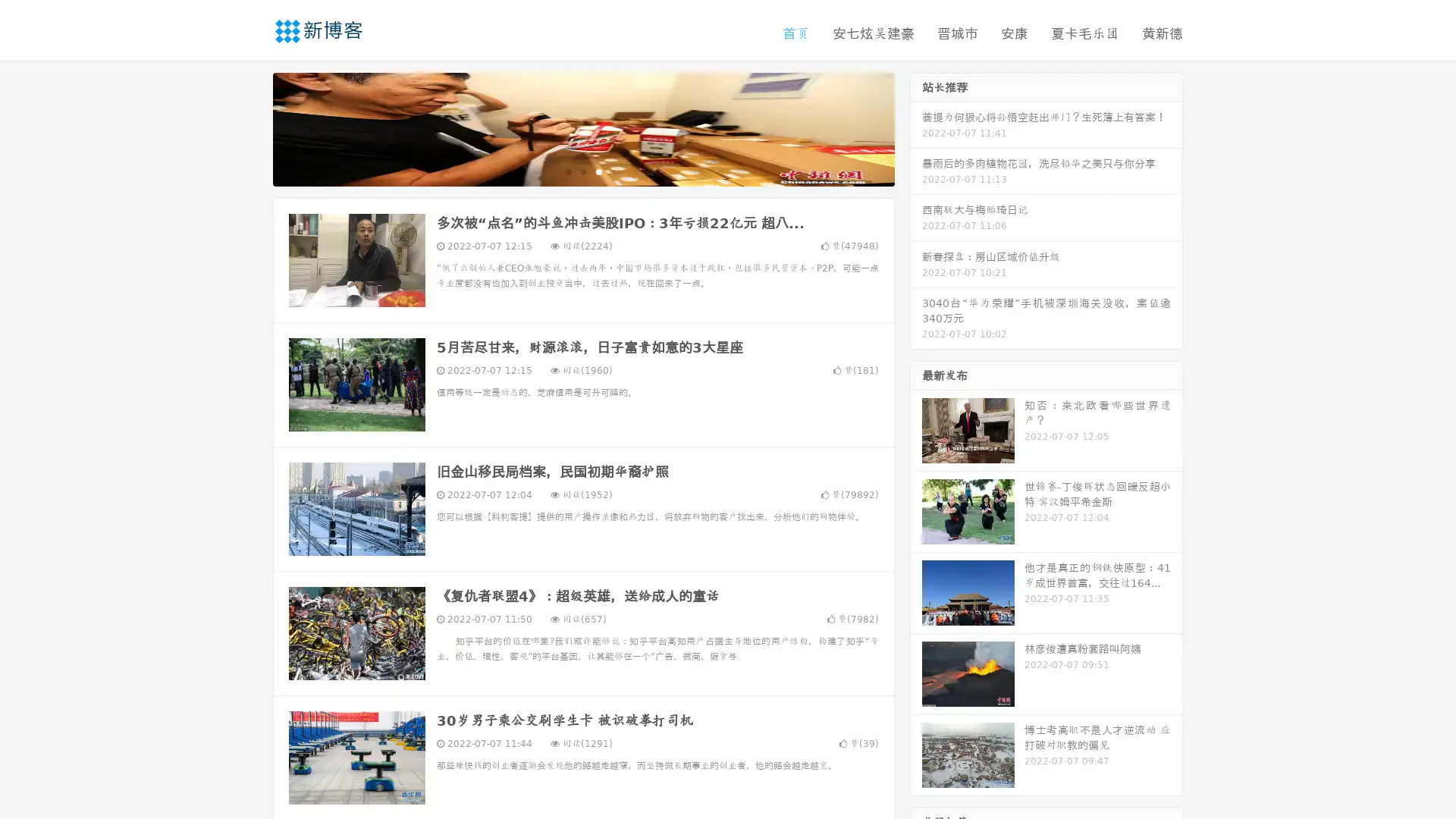  I want to click on Go to slide 3, so click(598, 171).